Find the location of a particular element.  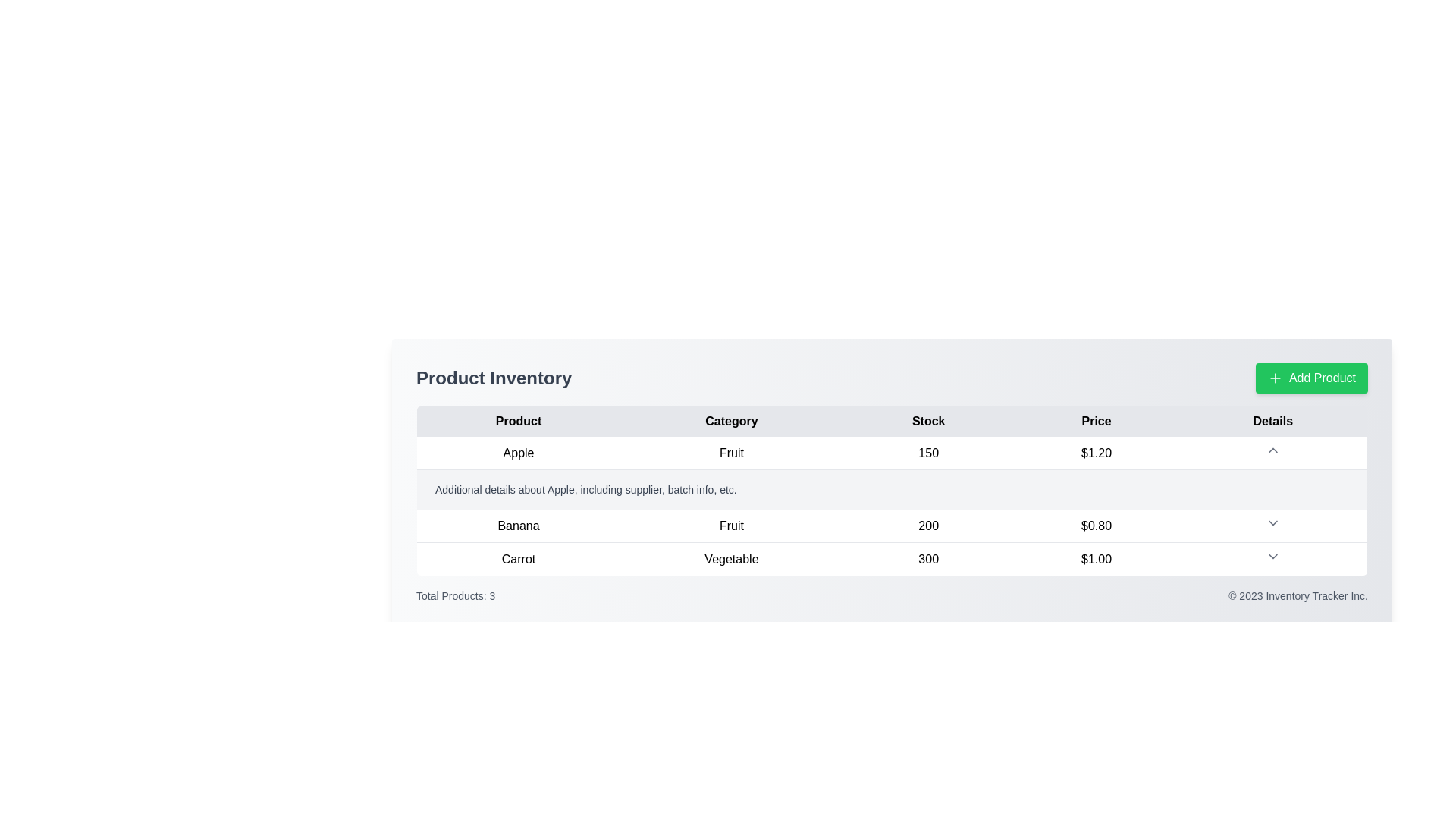

the 'Product Inventory' text label displayed in bold and large gray font, located at the top left of the navigation bar is located at coordinates (494, 377).